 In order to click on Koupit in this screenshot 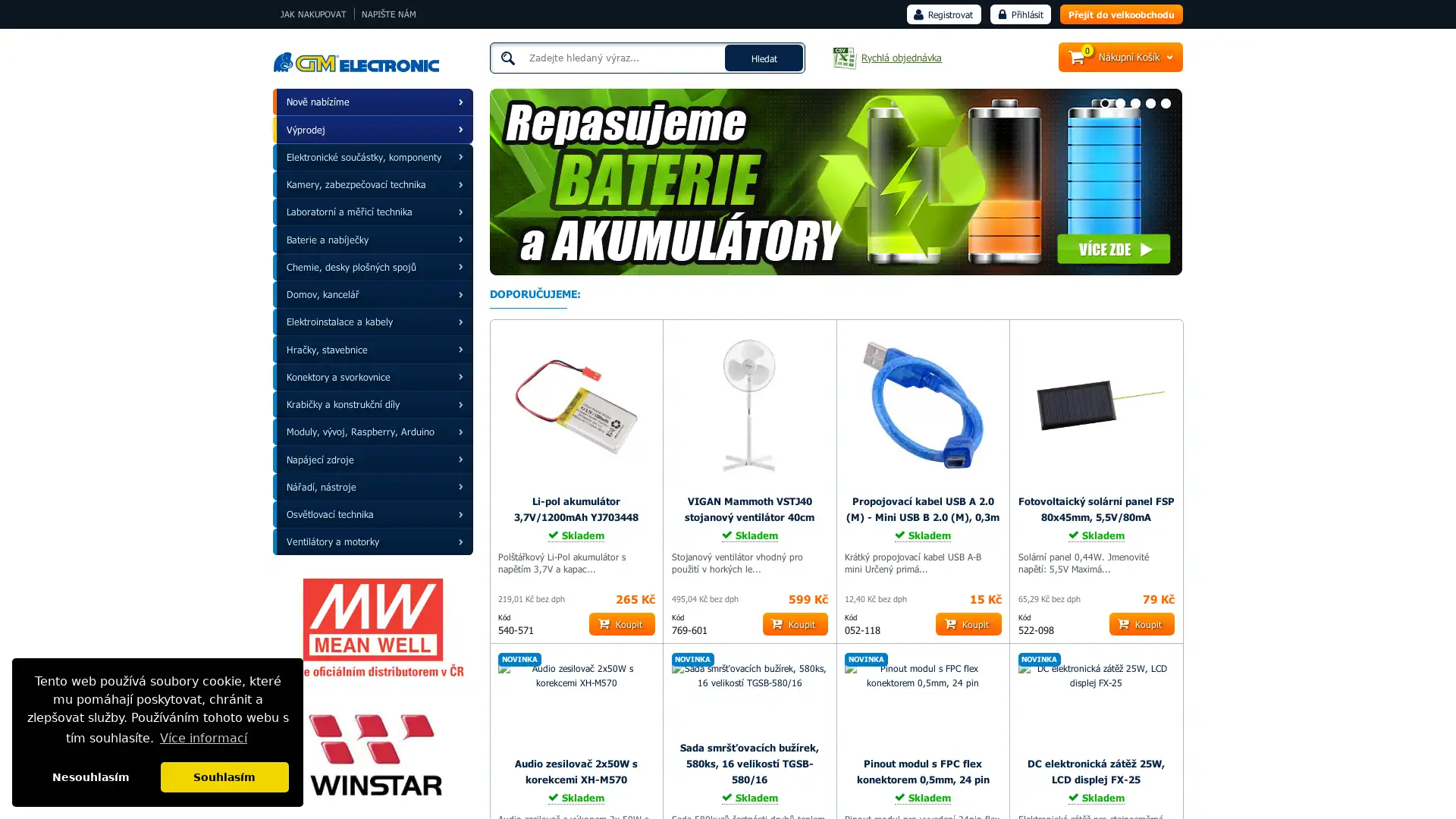, I will do `click(794, 623)`.